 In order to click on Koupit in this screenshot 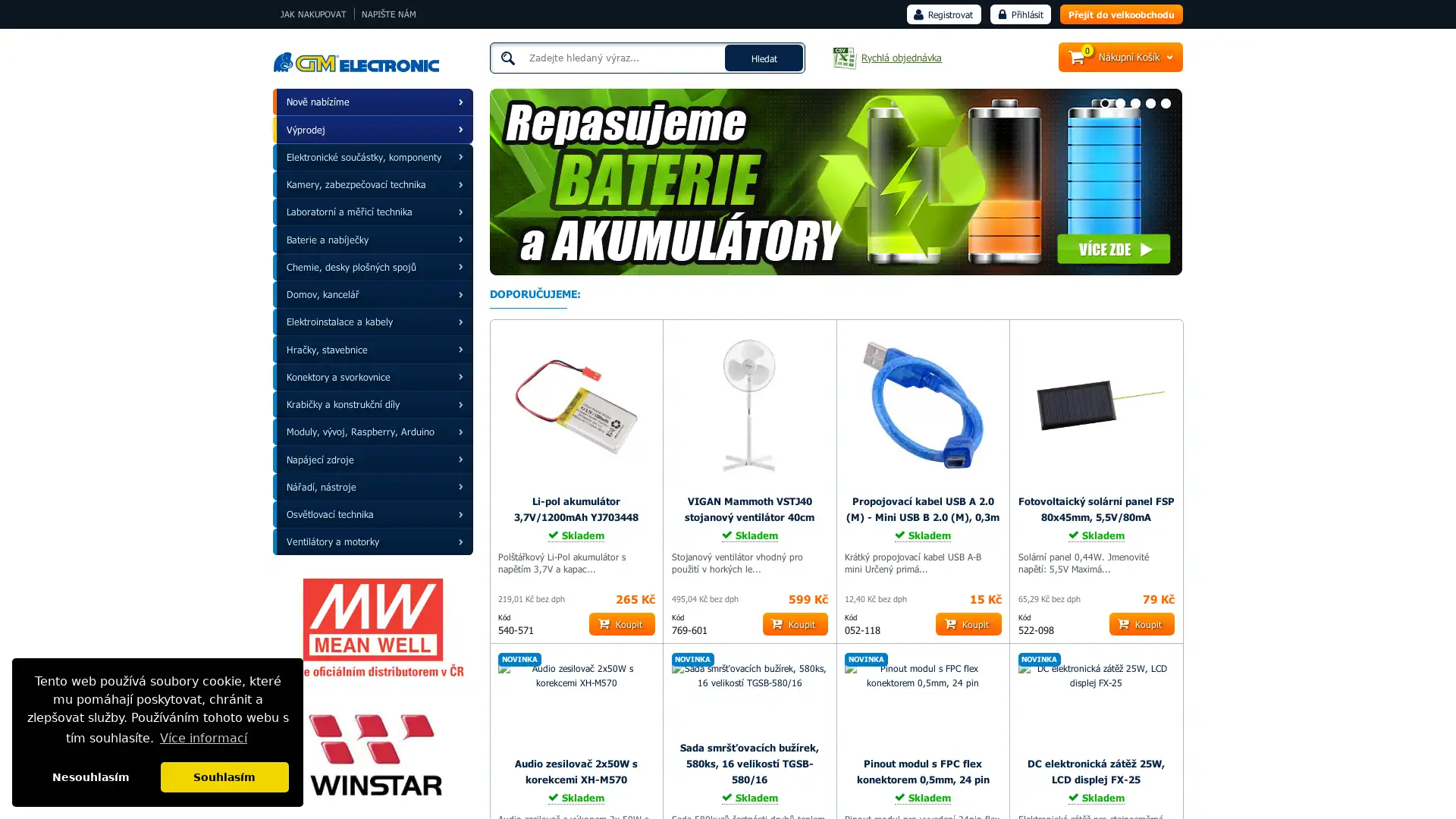, I will do `click(794, 623)`.